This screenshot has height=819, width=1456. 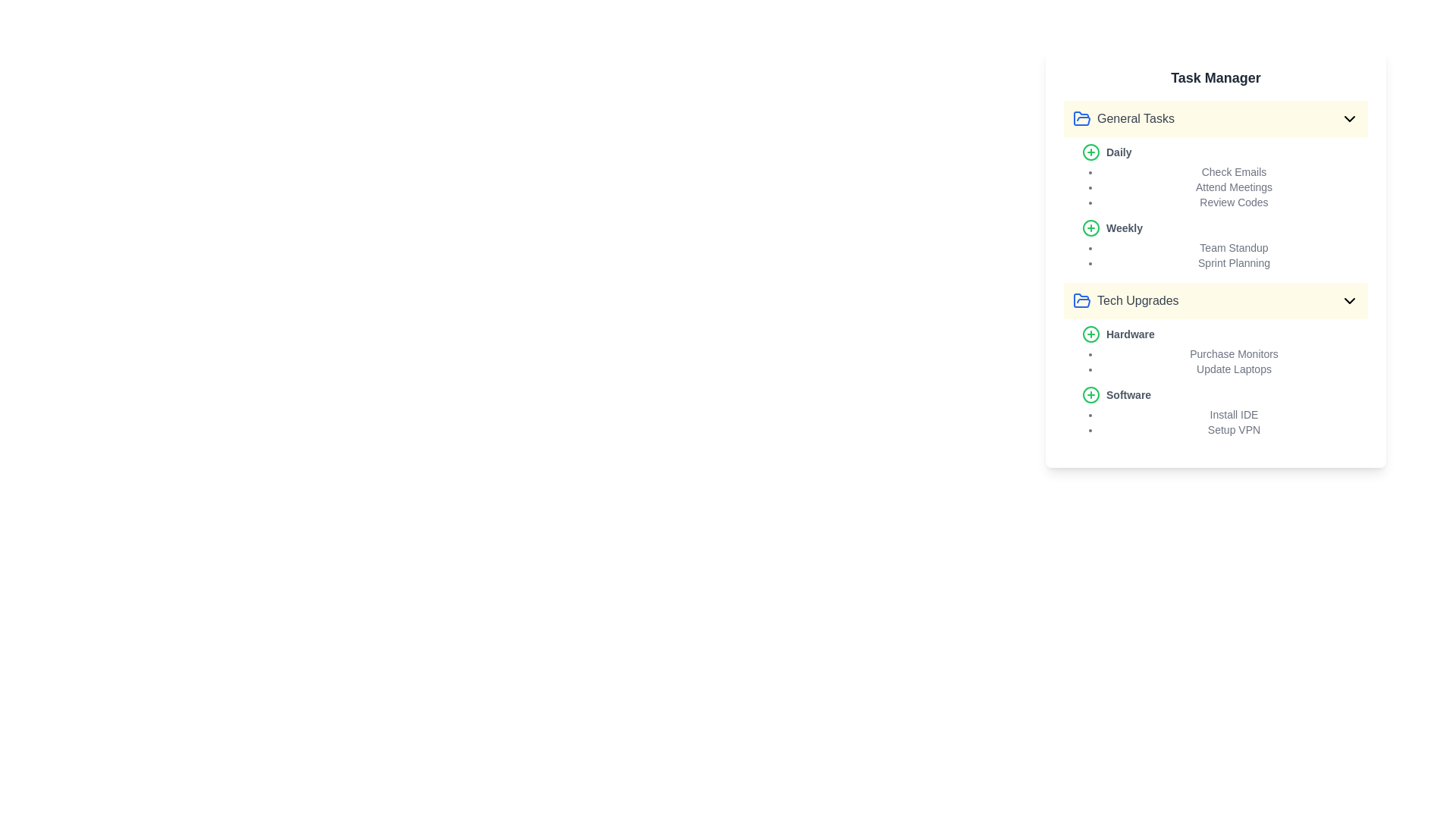 What do you see at coordinates (1225, 244) in the screenshot?
I see `the text items that list tasks related to the 'Weekly' category in the task manager, located below the 'Weekly' entry in the 'General Tasks' section` at bounding box center [1225, 244].